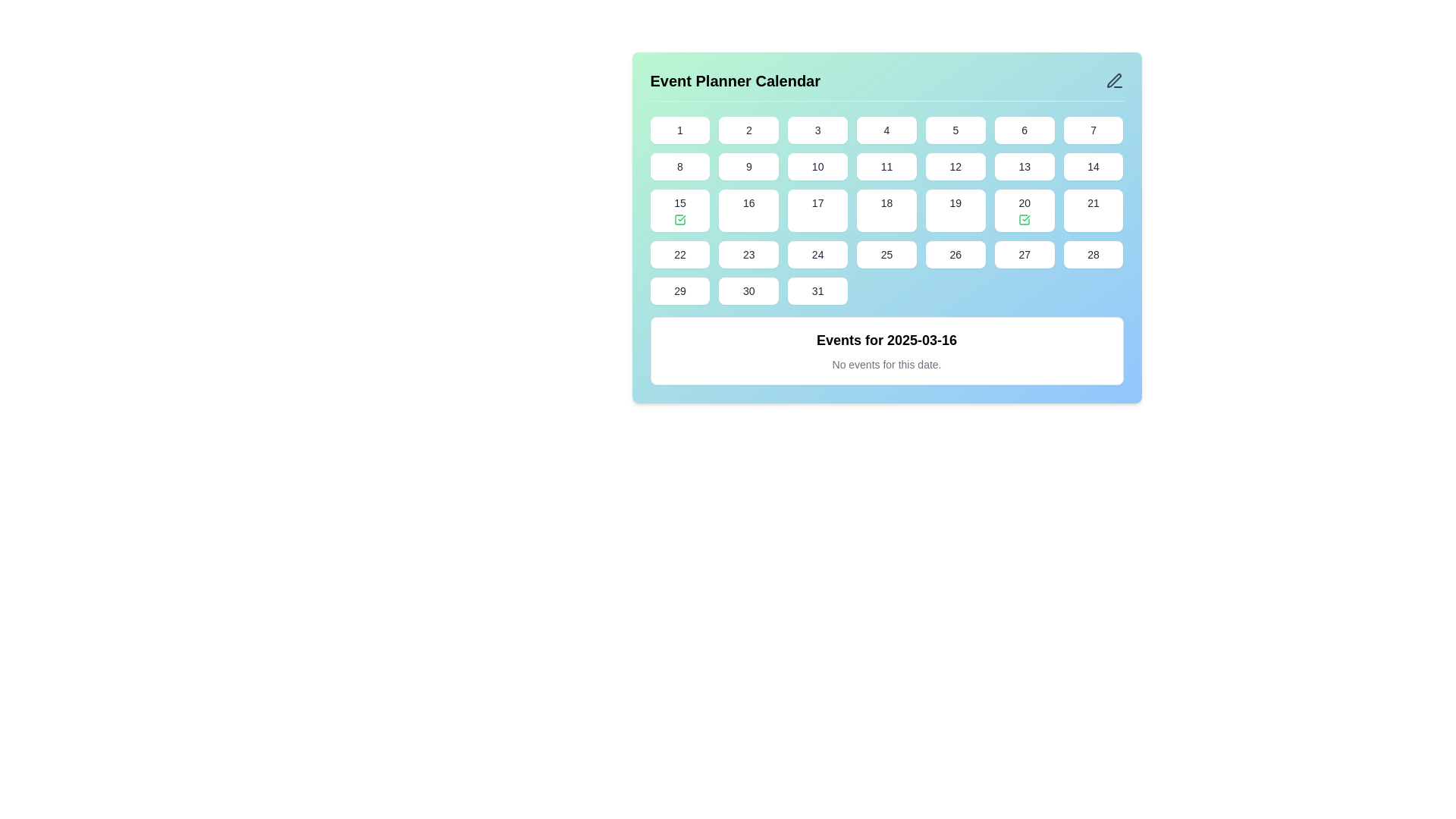 The height and width of the screenshot is (819, 1456). What do you see at coordinates (1094, 253) in the screenshot?
I see `the date cell displaying '28' in the calendar grid, which is styled as a button-like component with a white background and dark gray text` at bounding box center [1094, 253].